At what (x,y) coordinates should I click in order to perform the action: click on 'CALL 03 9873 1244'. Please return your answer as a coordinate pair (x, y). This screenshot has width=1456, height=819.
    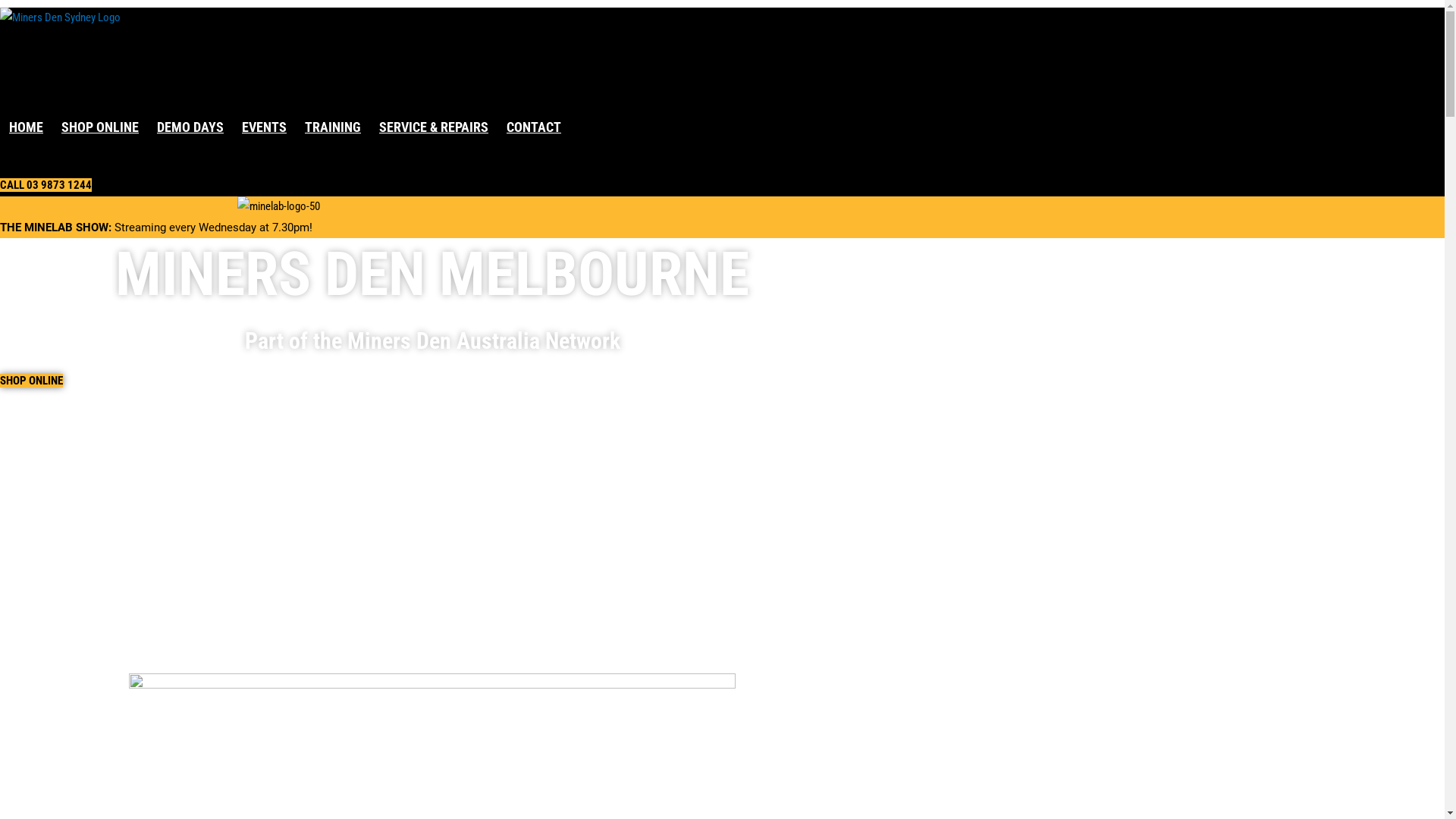
    Looking at the image, I should click on (45, 184).